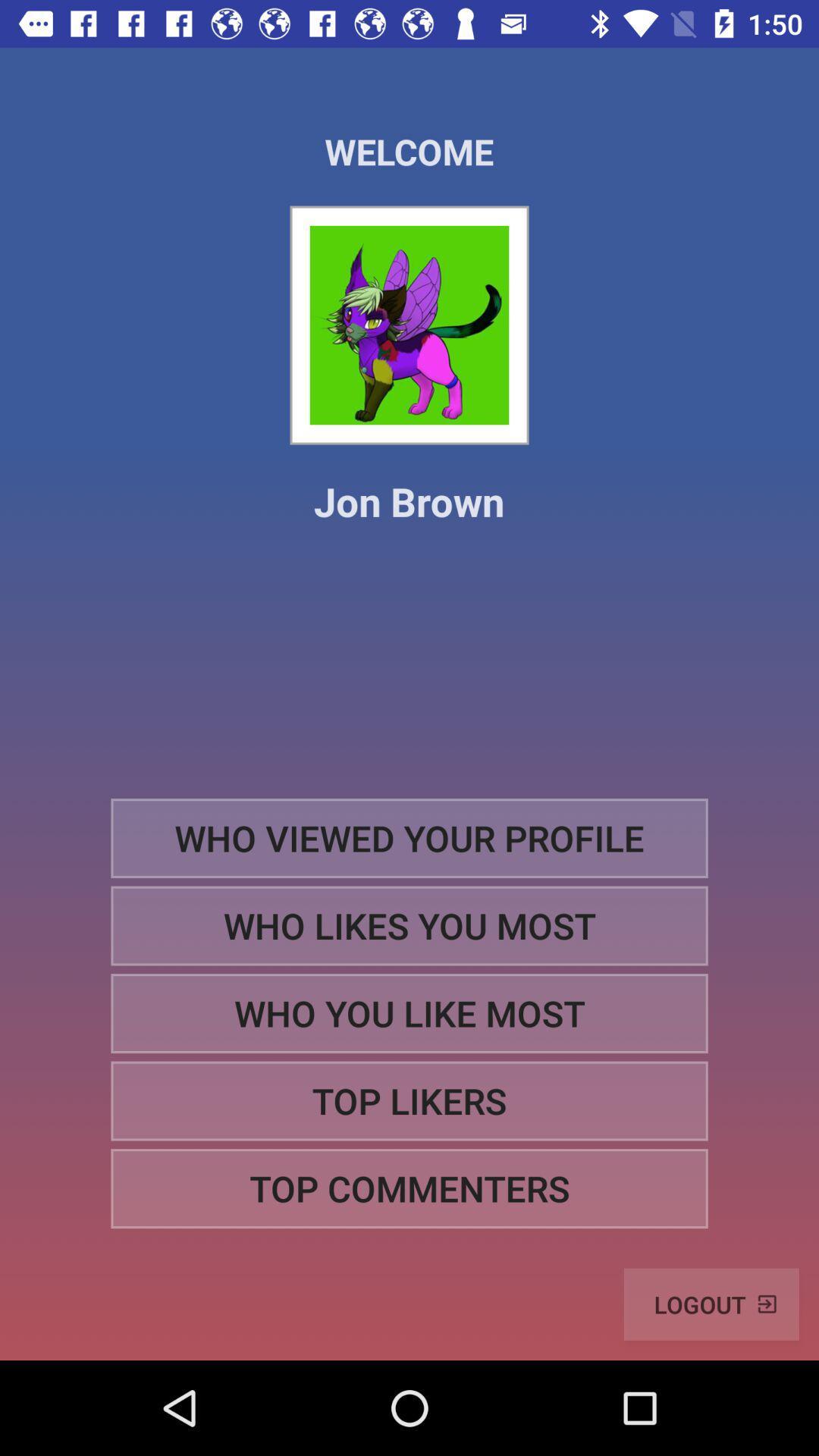 This screenshot has width=819, height=1456. What do you see at coordinates (409, 1101) in the screenshot?
I see `the top likers item` at bounding box center [409, 1101].